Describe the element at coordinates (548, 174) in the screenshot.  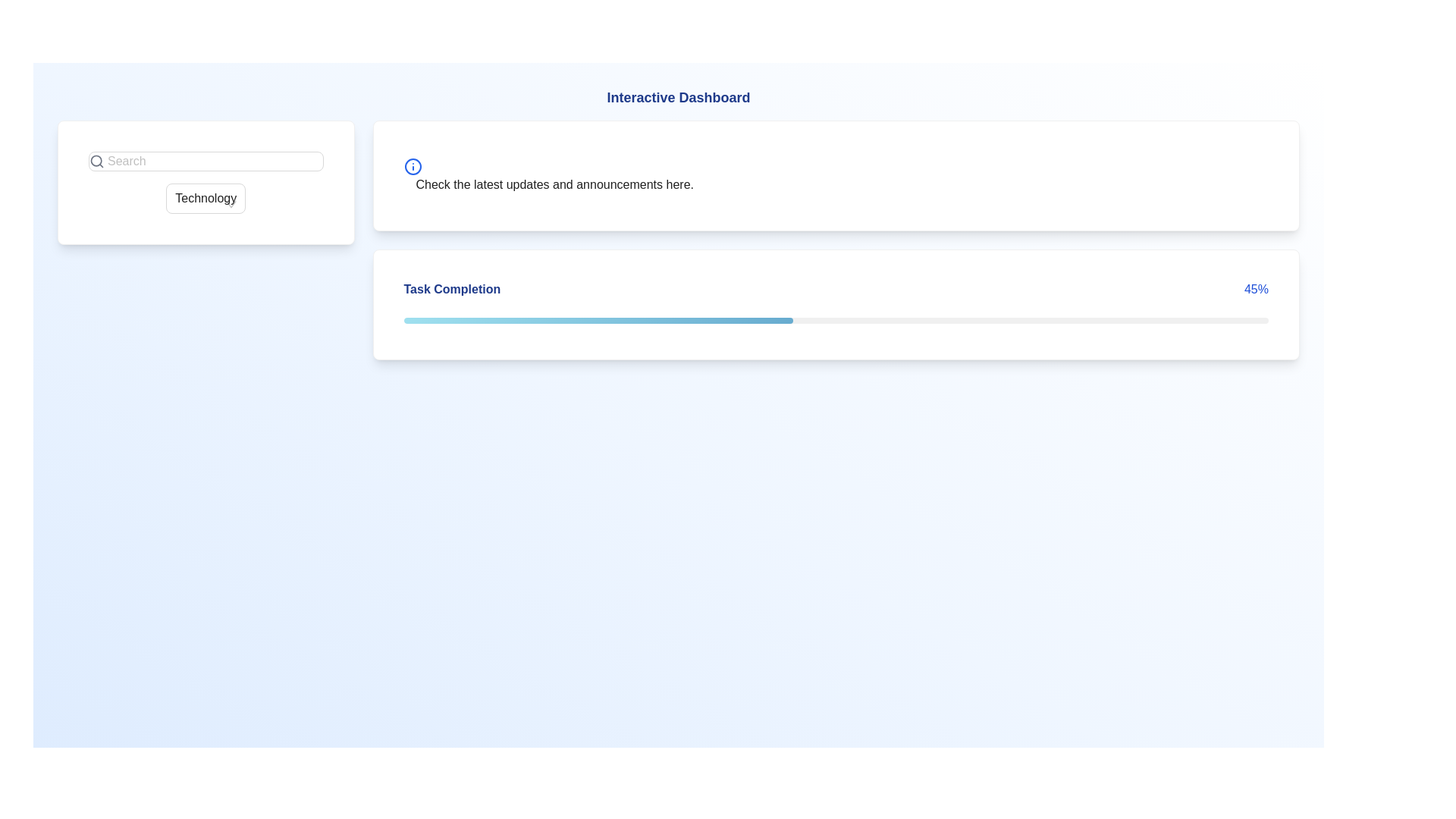
I see `information text displayed in the card body that contains the message 'Check the latest updates and announcements here.'` at that location.